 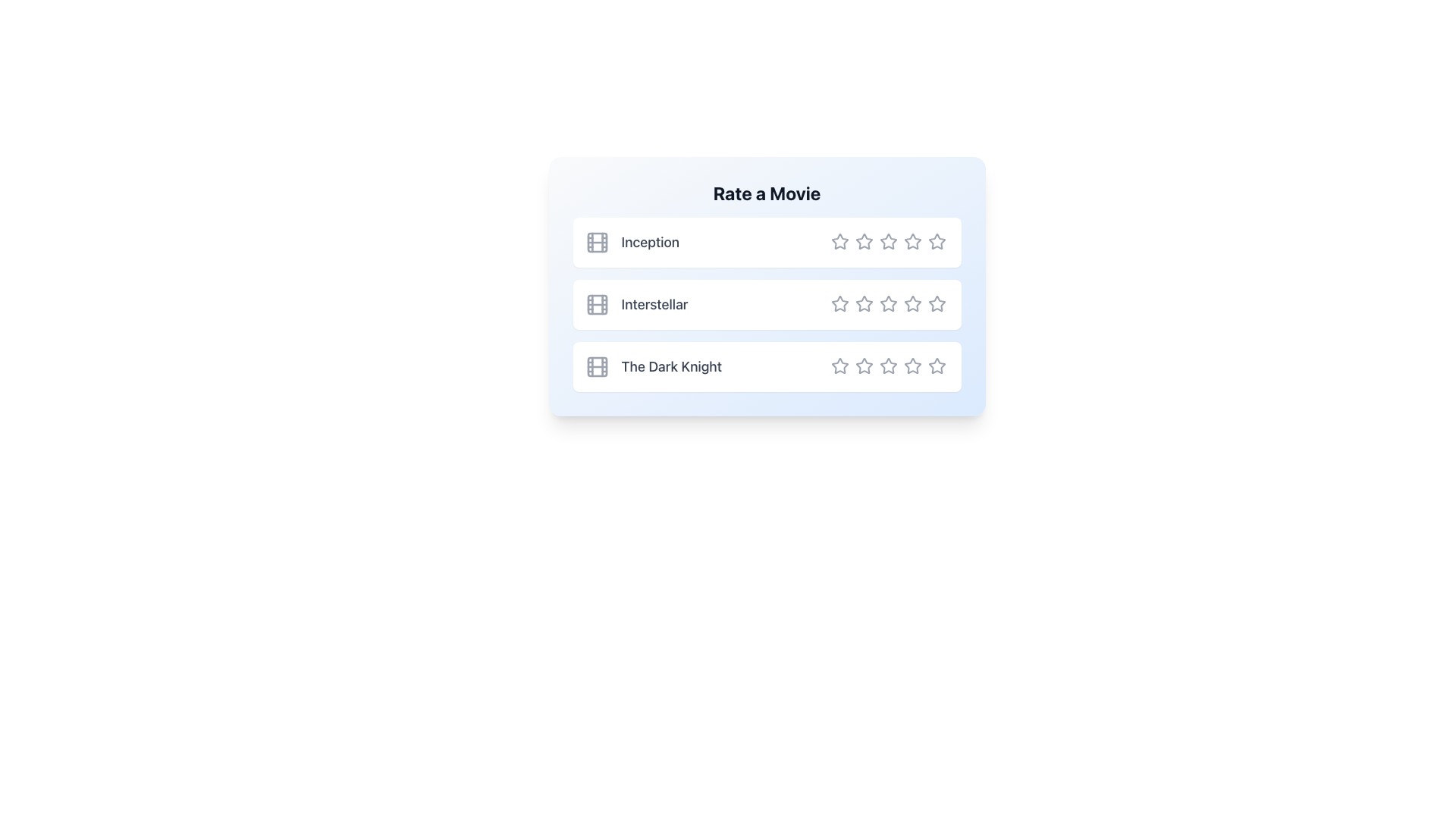 I want to click on the third star in the third row of the rating component to rate the movie 'The Dark Knight', so click(x=888, y=366).